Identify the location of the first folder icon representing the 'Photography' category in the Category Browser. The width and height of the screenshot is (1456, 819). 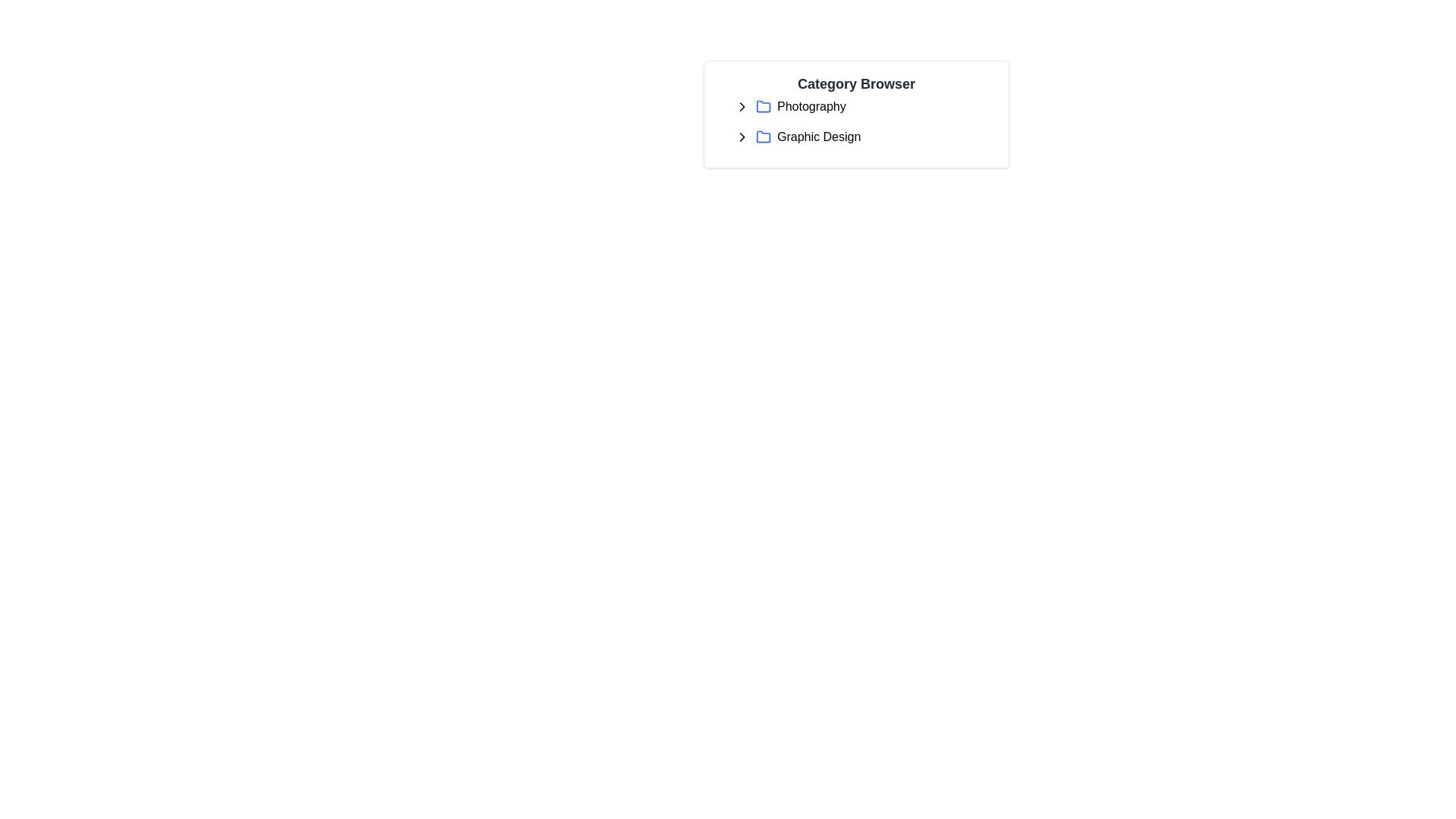
(764, 105).